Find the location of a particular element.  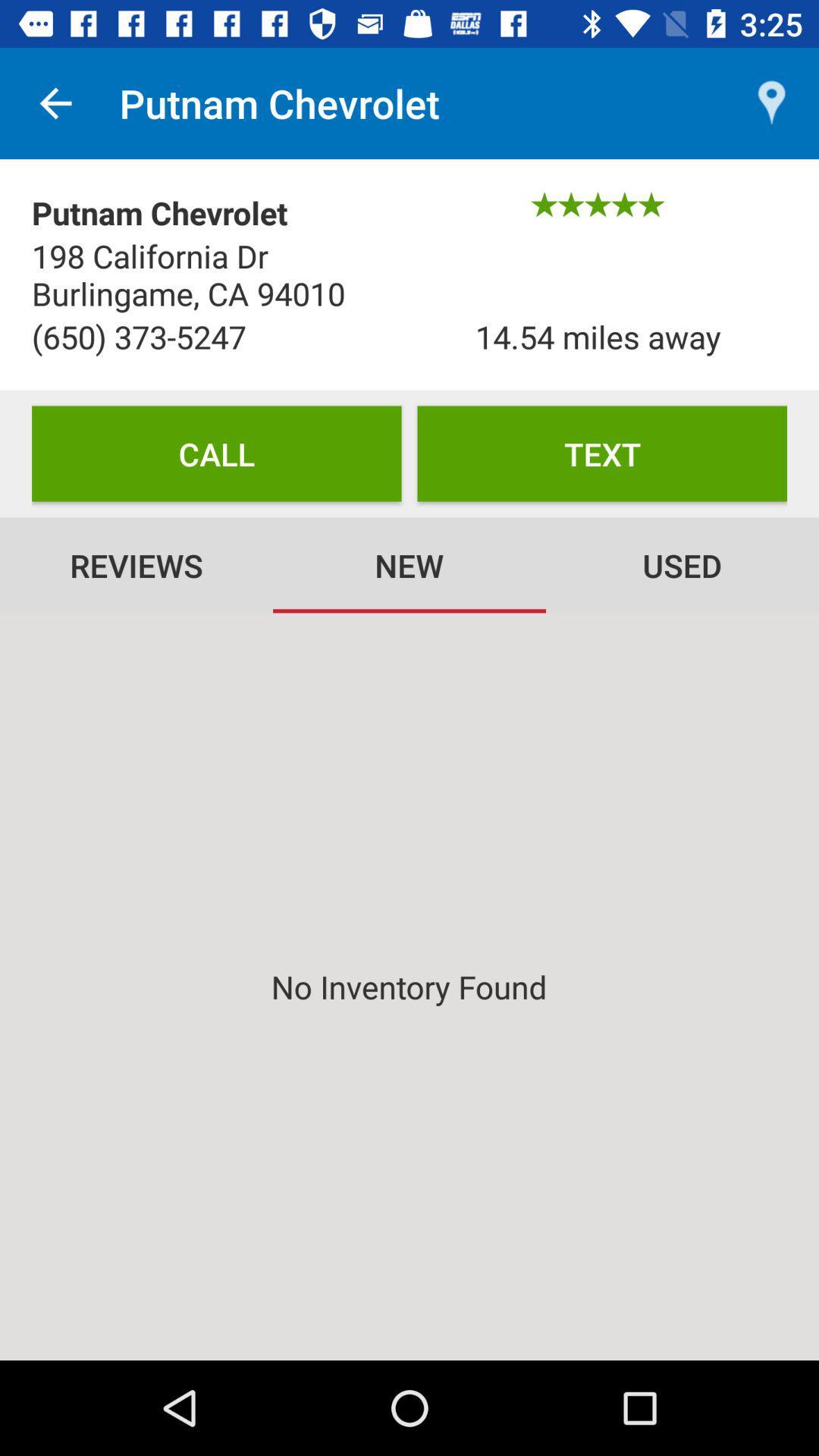

the text item is located at coordinates (601, 453).